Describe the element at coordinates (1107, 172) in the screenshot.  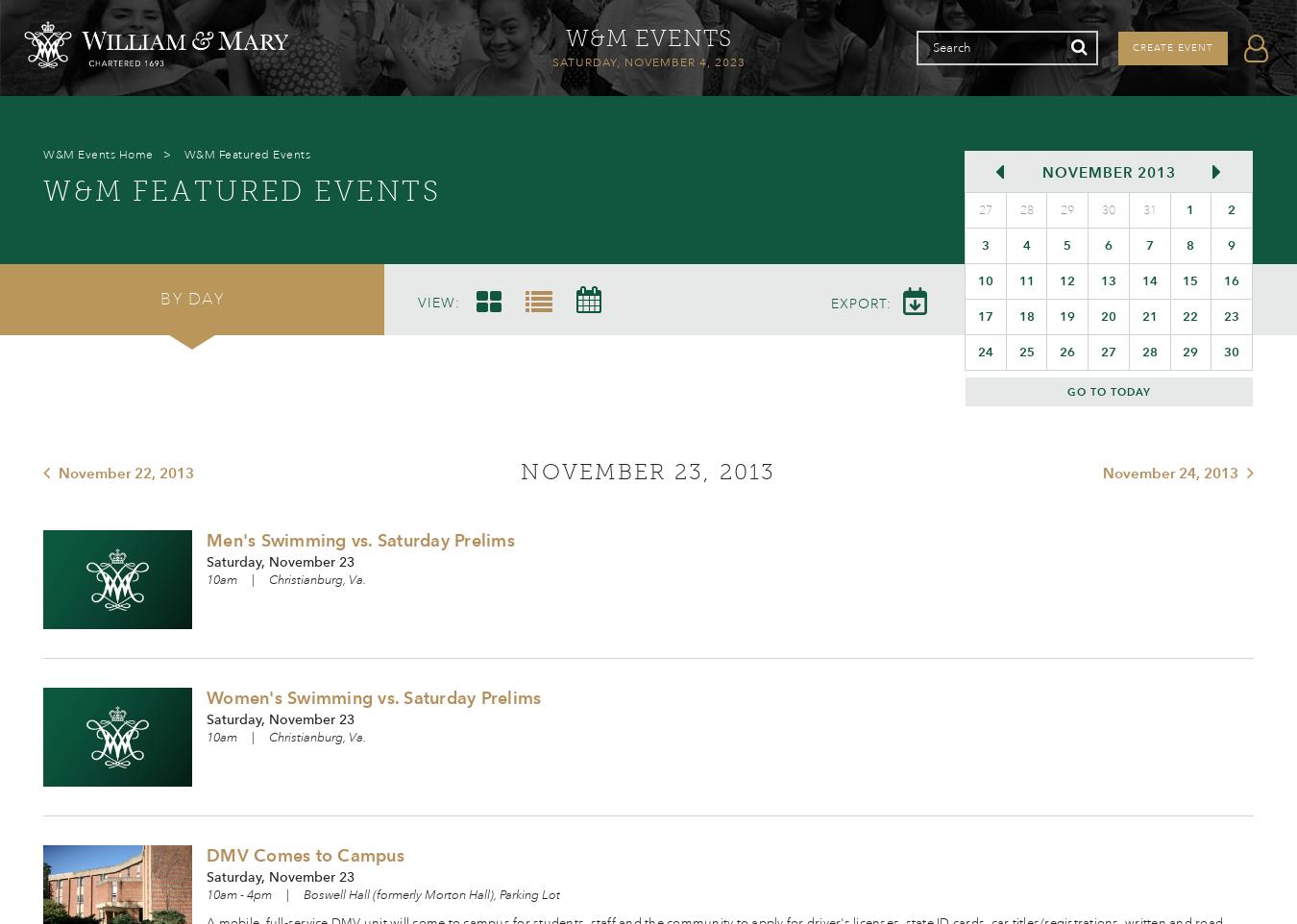
I see `'November 2013'` at that location.